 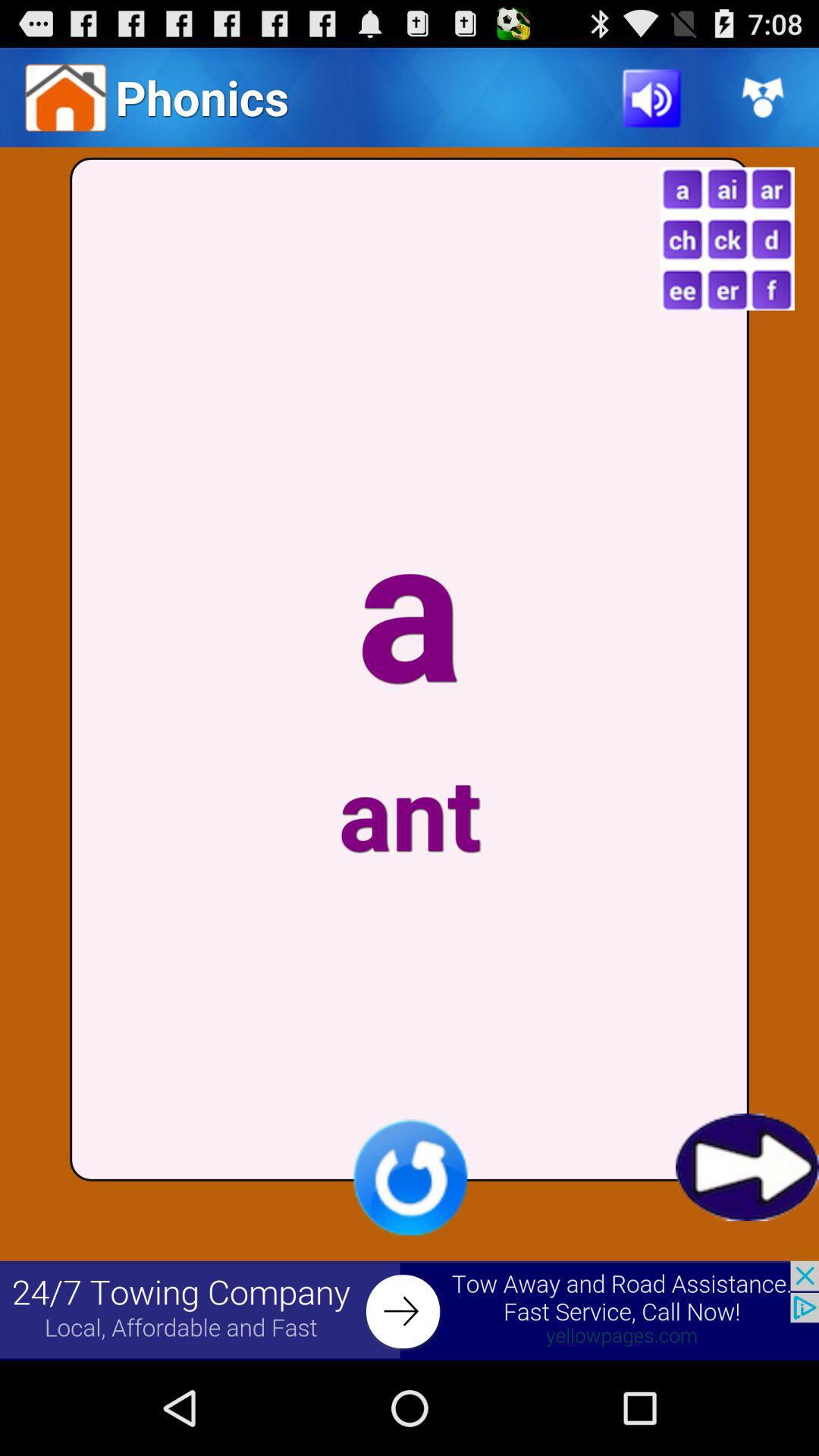 I want to click on menu button, so click(x=726, y=238).